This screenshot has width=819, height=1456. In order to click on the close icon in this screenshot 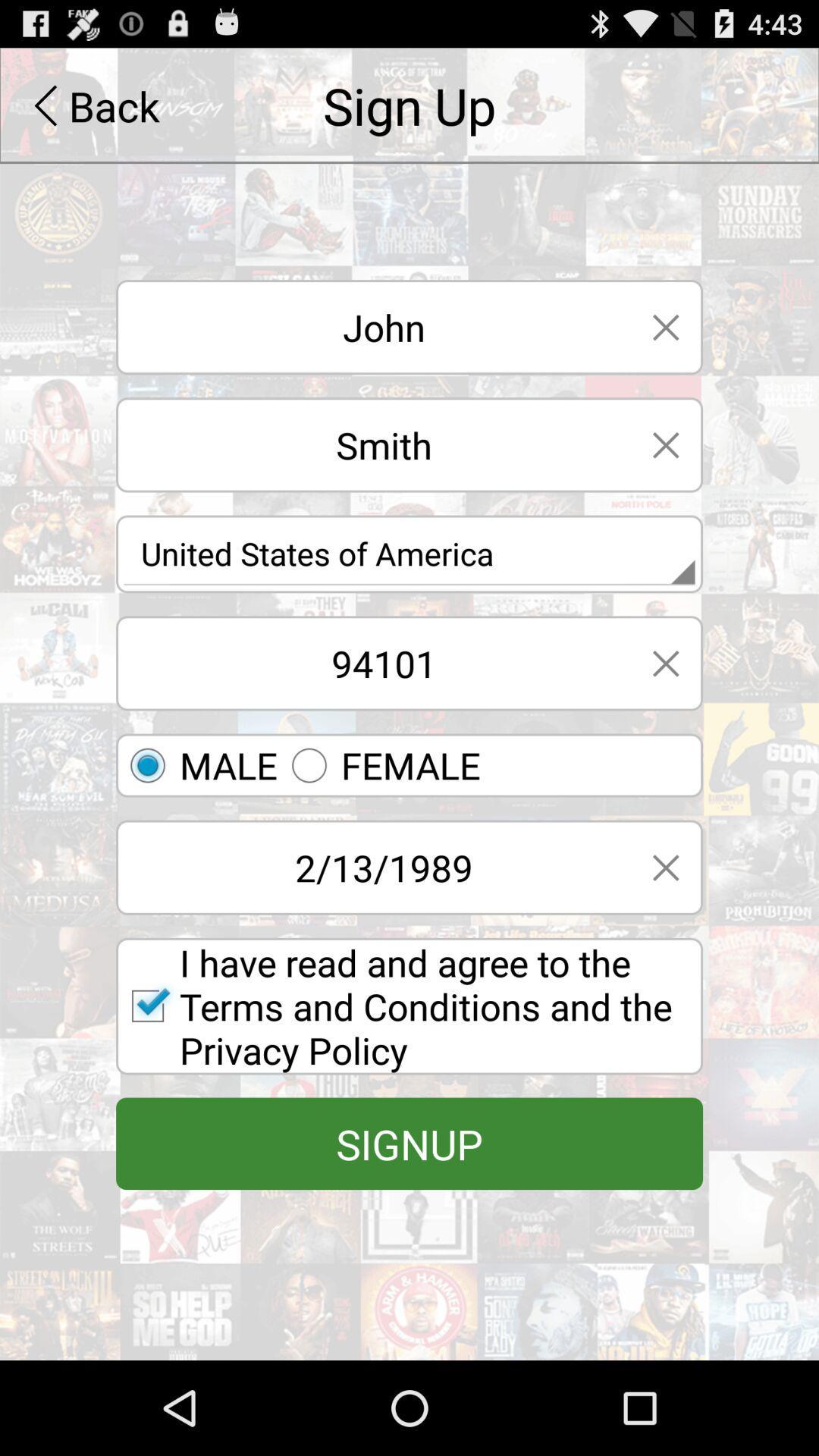, I will do `click(665, 475)`.